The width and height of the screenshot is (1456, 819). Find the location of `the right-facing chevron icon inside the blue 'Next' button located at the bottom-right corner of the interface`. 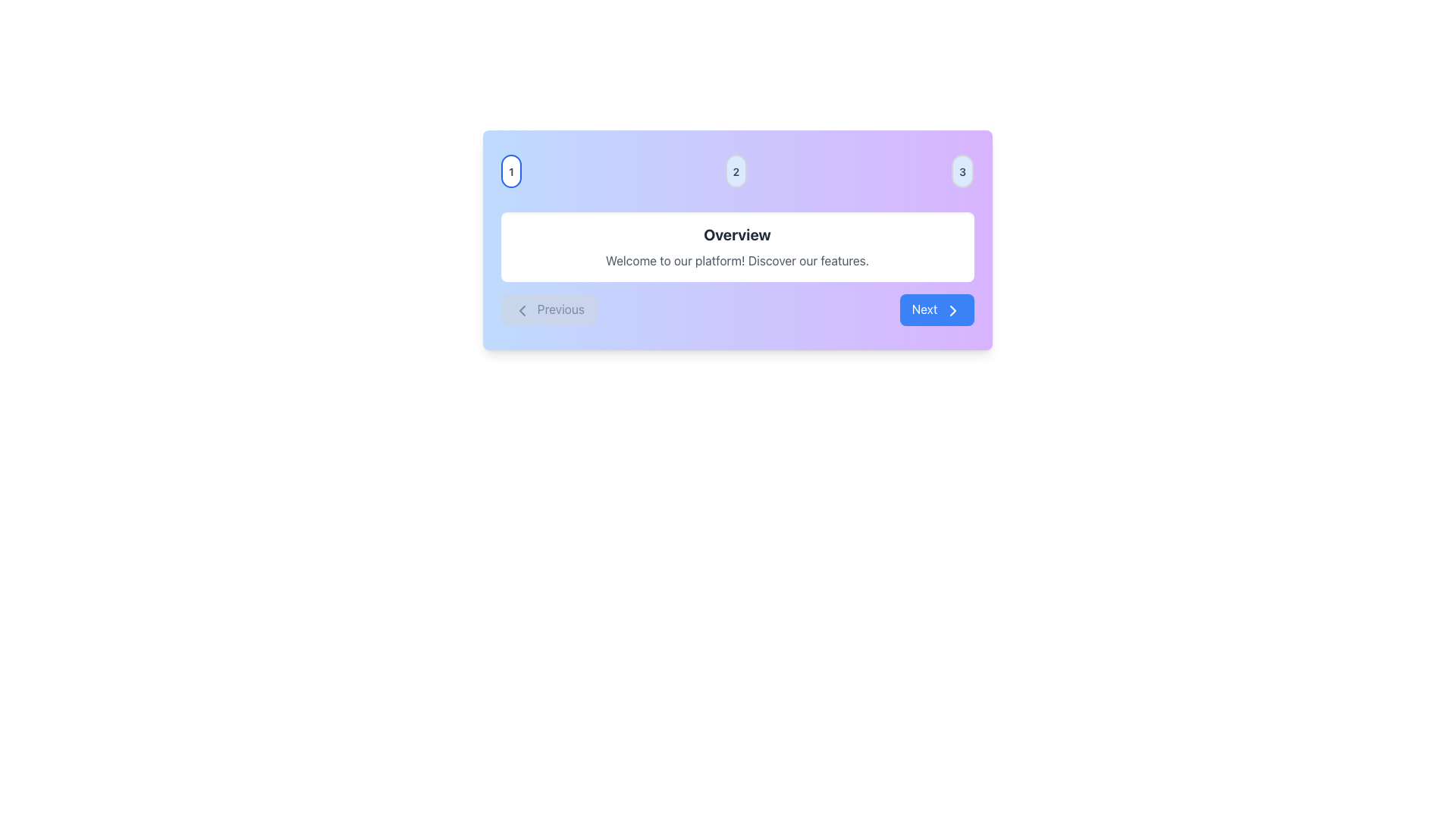

the right-facing chevron icon inside the blue 'Next' button located at the bottom-right corner of the interface is located at coordinates (952, 309).